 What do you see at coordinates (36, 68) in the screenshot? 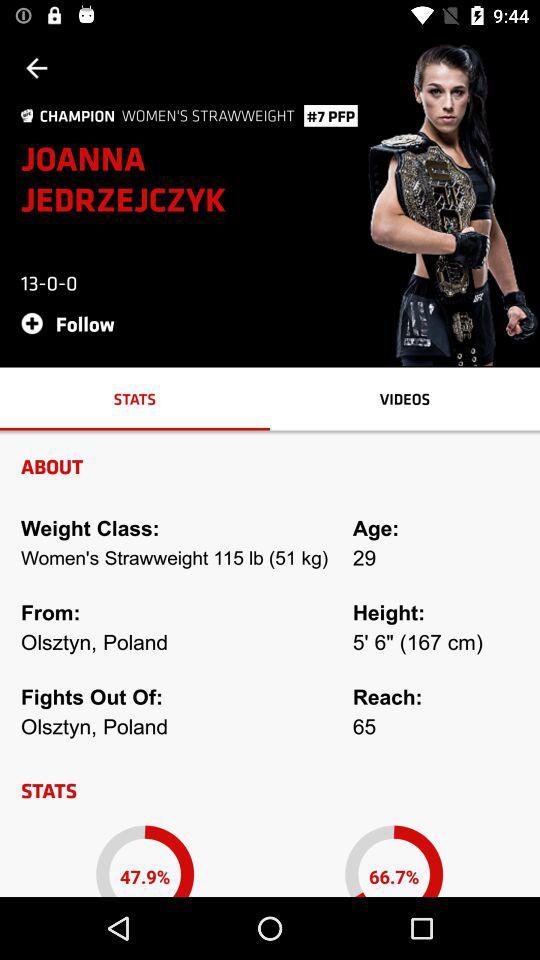
I see `go back` at bounding box center [36, 68].